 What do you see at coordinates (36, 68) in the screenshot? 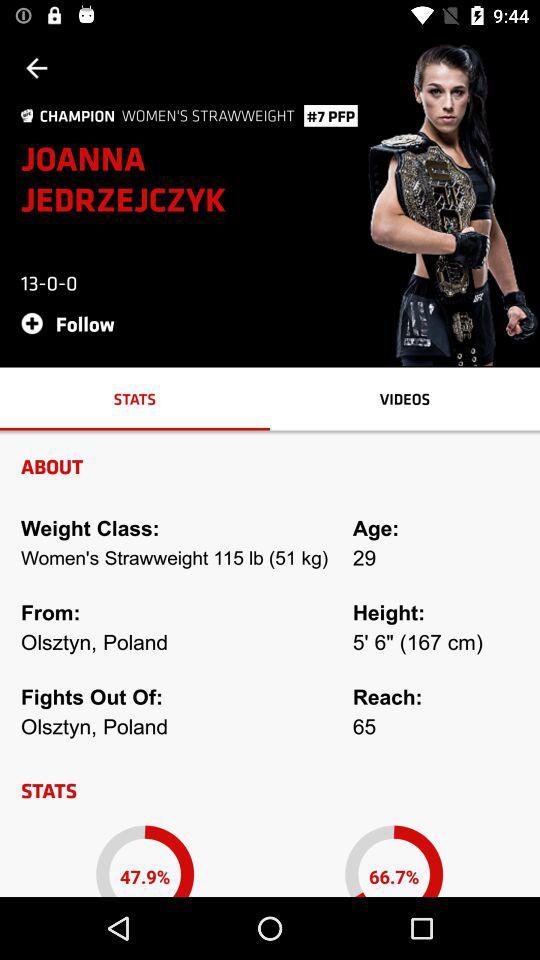
I see `go back` at bounding box center [36, 68].